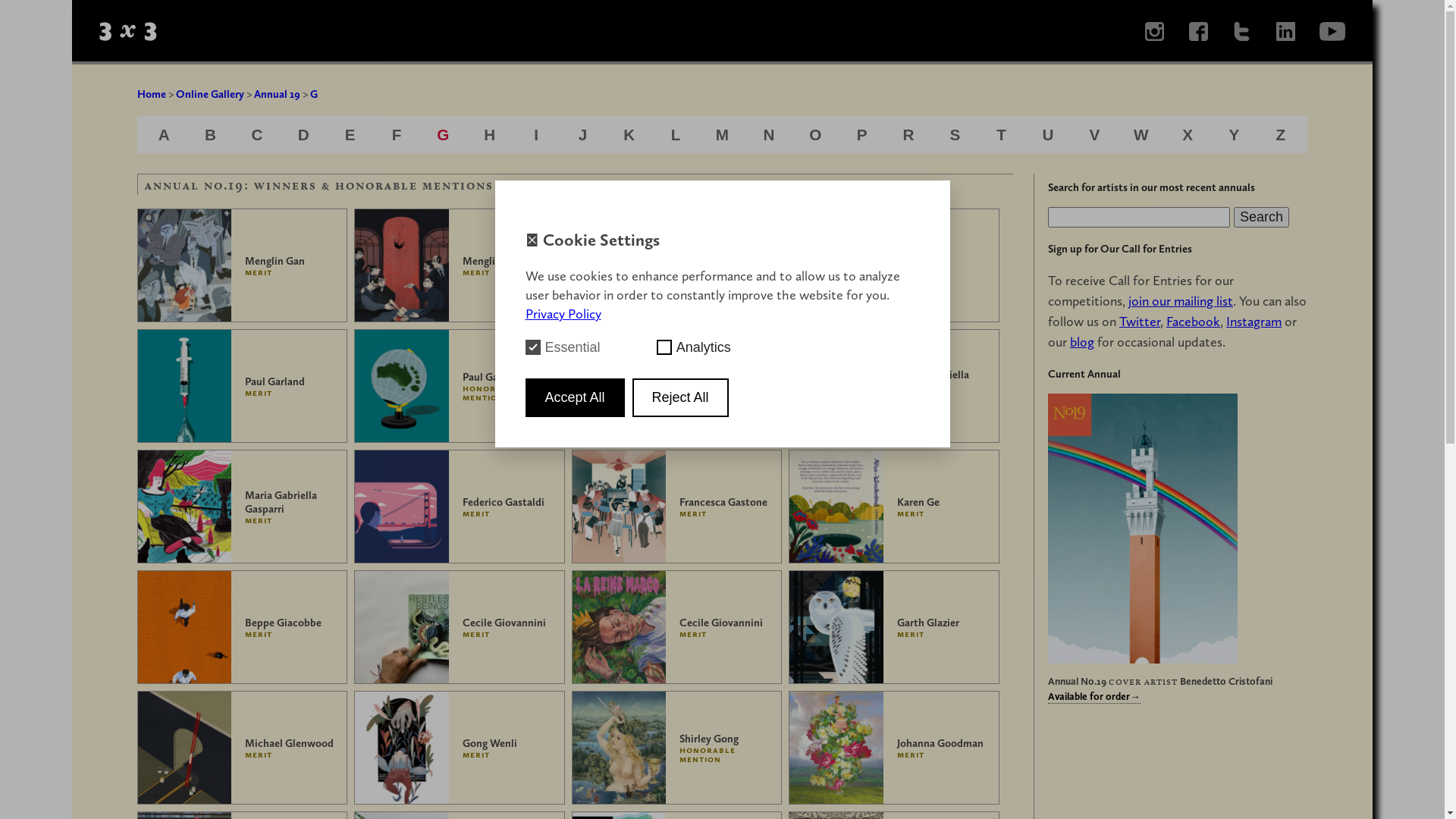  I want to click on 'Facebook', so click(1192, 321).